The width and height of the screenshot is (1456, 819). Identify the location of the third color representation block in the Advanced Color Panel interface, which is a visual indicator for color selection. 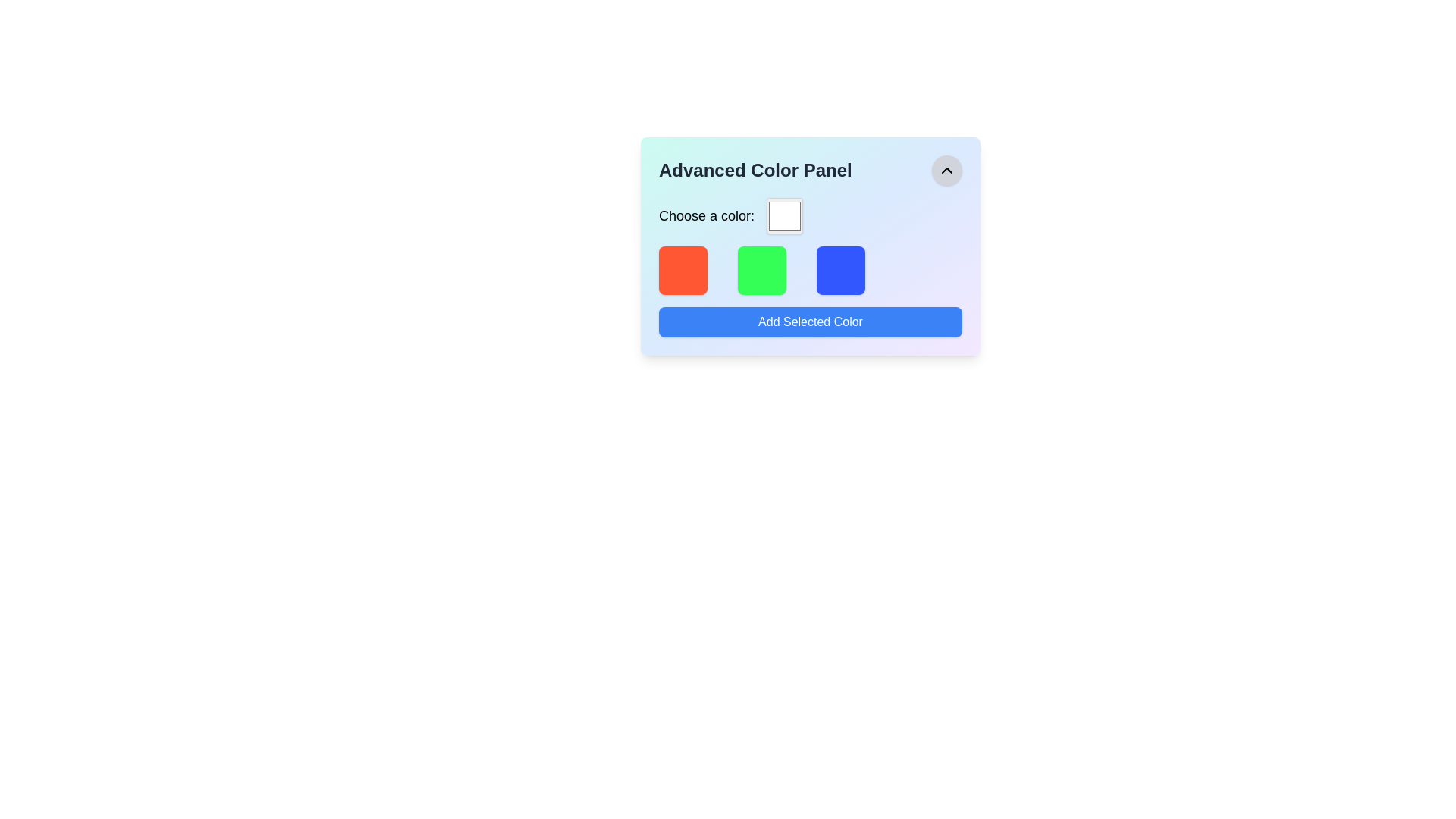
(839, 270).